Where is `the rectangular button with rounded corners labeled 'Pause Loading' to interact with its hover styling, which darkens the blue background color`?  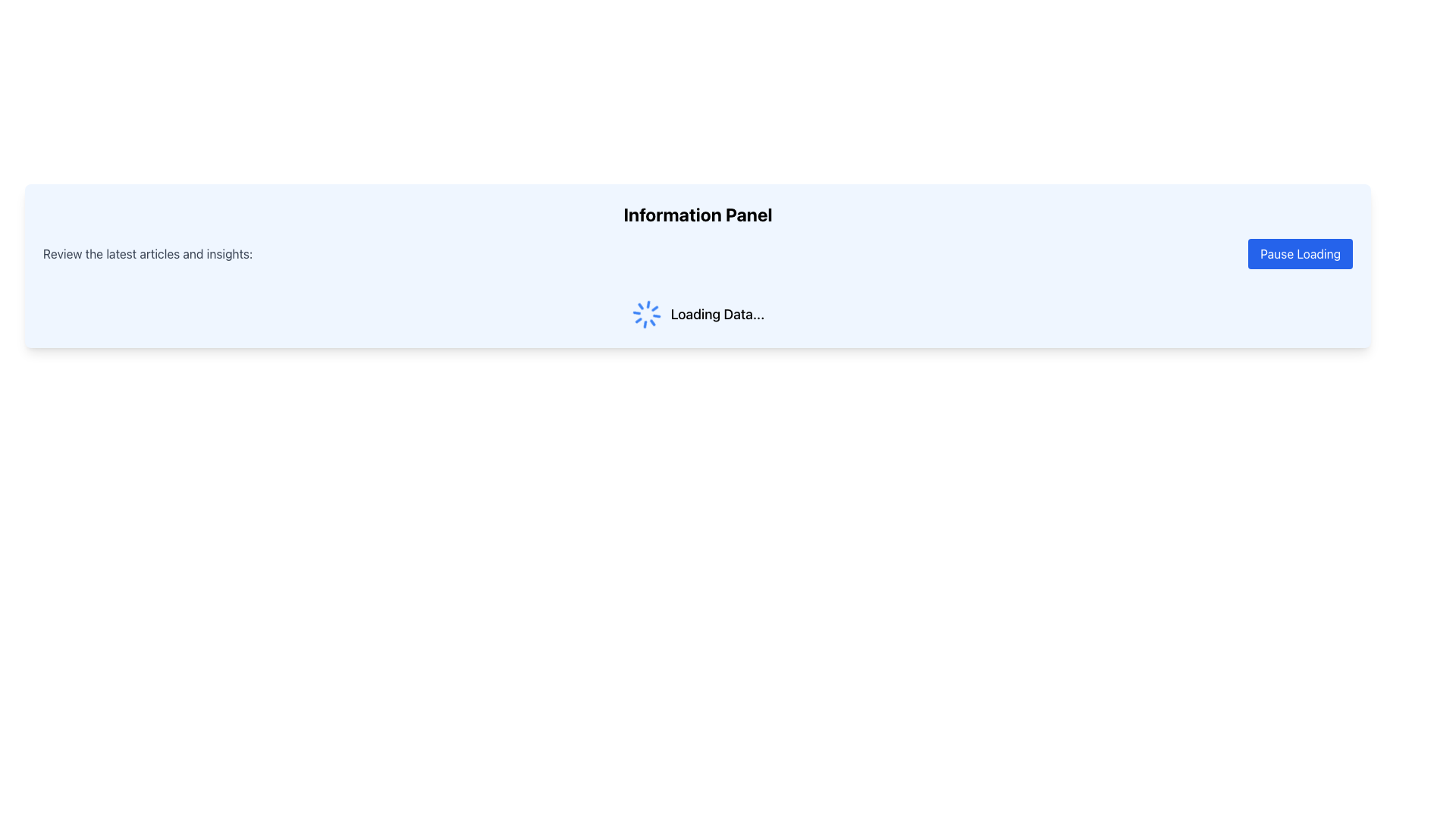
the rectangular button with rounded corners labeled 'Pause Loading' to interact with its hover styling, which darkens the blue background color is located at coordinates (1300, 253).